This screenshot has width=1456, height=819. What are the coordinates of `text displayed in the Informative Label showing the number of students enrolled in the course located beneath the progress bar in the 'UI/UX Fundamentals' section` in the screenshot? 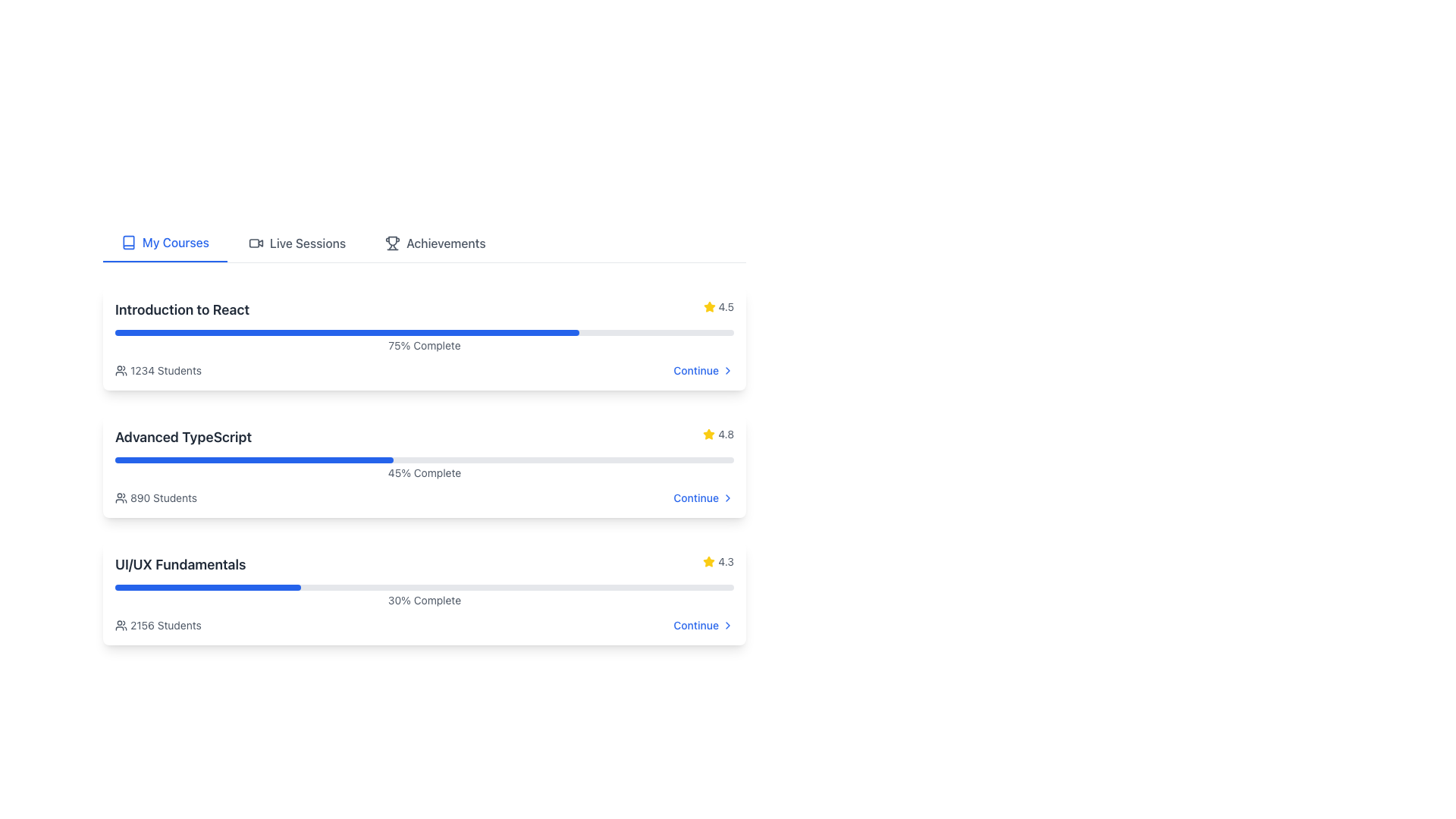 It's located at (158, 626).